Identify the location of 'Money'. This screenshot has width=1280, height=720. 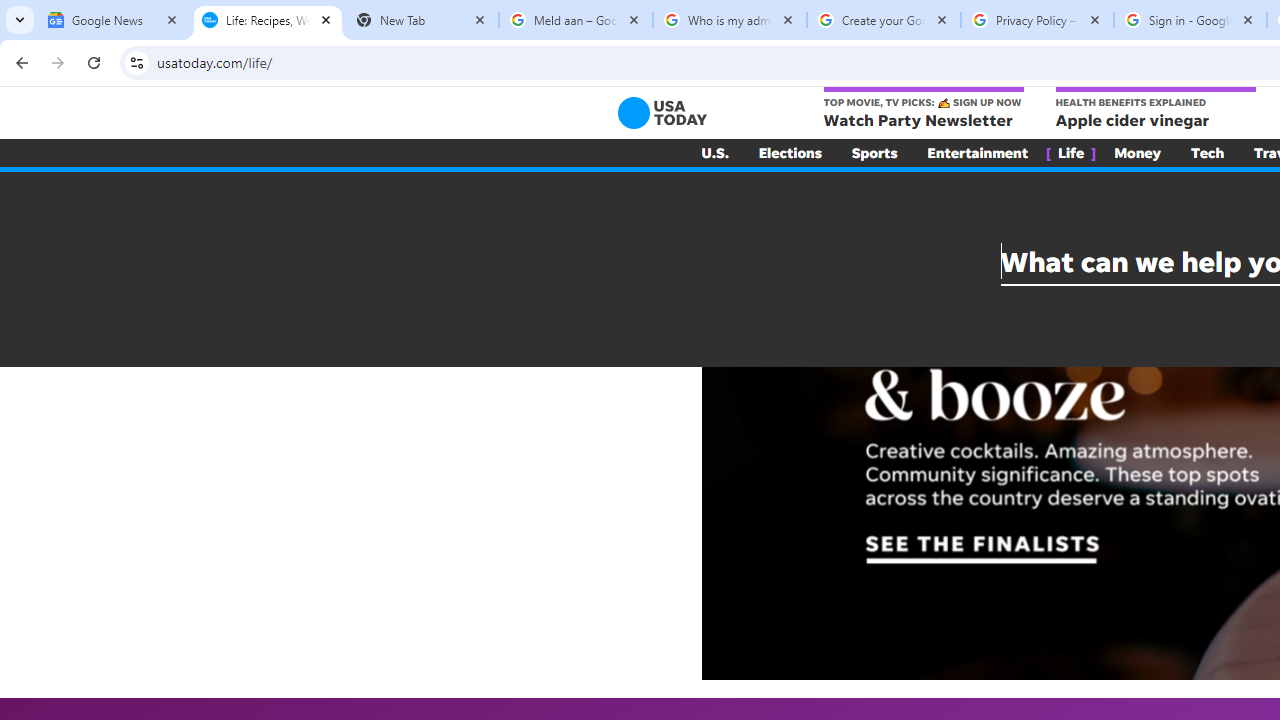
(1137, 152).